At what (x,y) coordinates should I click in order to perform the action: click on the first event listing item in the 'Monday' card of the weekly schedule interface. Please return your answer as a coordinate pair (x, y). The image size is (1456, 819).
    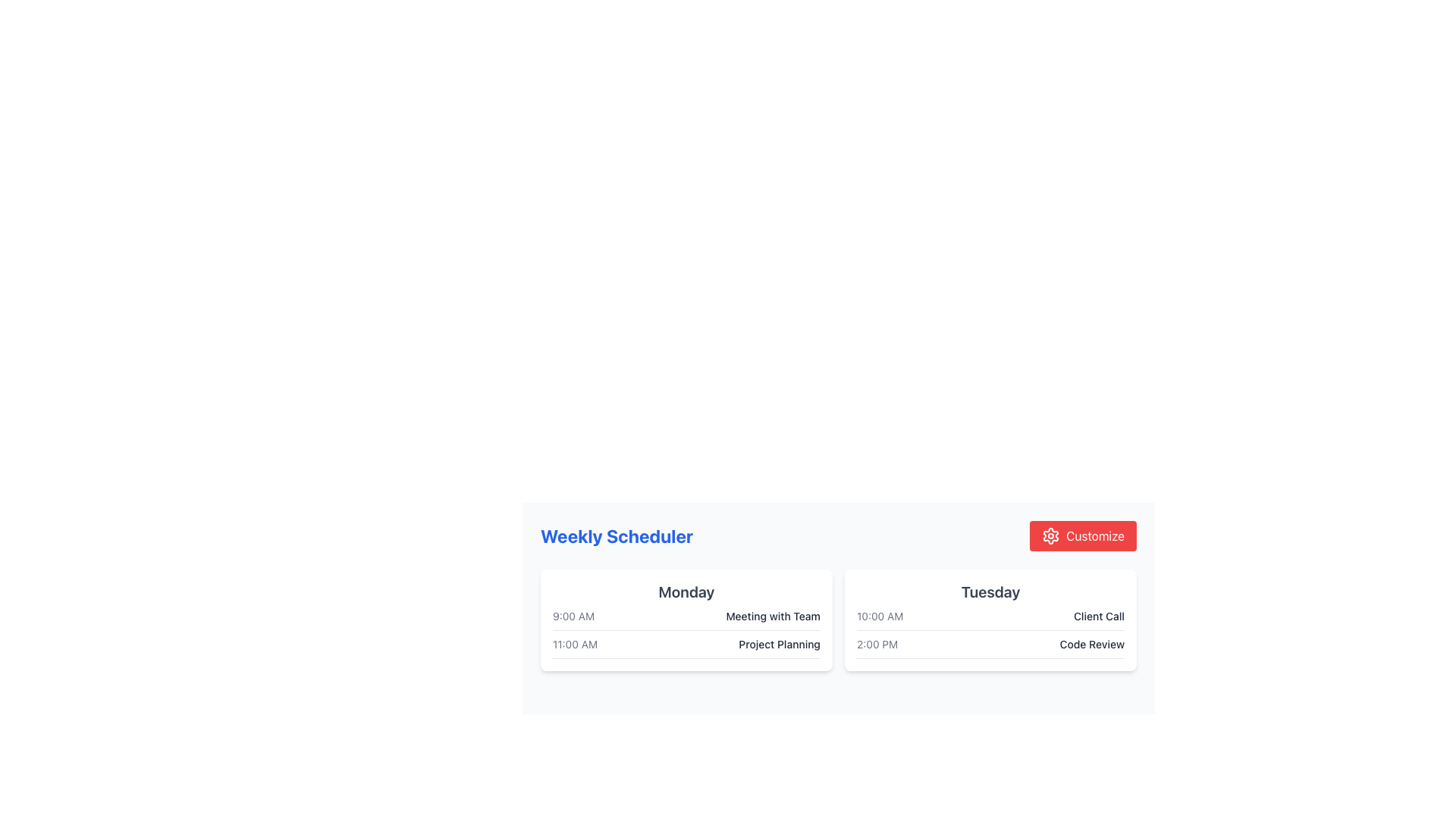
    Looking at the image, I should click on (686, 617).